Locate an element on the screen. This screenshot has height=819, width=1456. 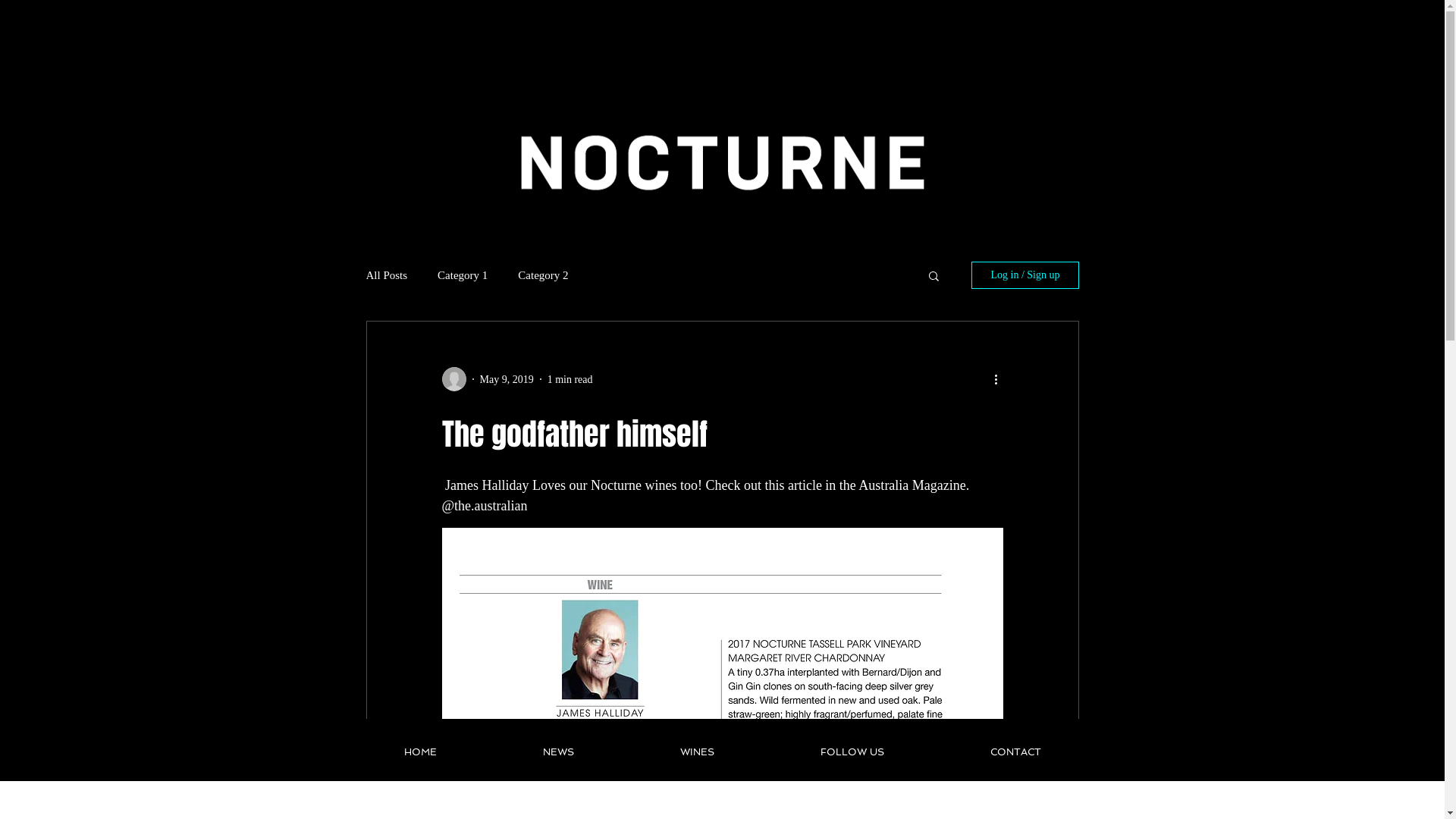
'CONTACT' is located at coordinates (1015, 752).